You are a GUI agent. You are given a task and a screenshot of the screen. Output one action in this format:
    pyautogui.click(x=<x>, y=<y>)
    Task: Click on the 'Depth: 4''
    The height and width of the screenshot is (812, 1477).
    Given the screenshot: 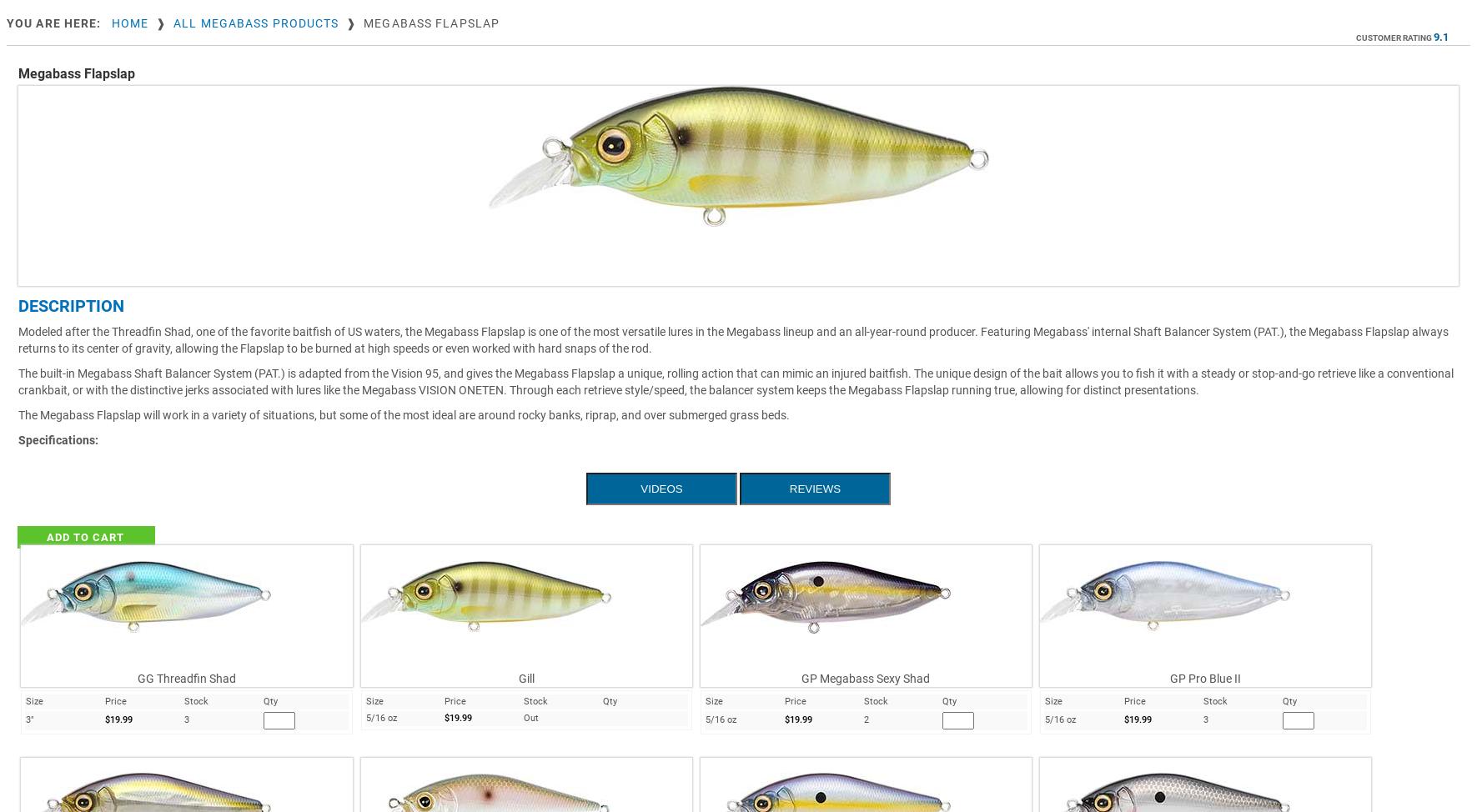 What is the action you would take?
    pyautogui.click(x=73, y=468)
    